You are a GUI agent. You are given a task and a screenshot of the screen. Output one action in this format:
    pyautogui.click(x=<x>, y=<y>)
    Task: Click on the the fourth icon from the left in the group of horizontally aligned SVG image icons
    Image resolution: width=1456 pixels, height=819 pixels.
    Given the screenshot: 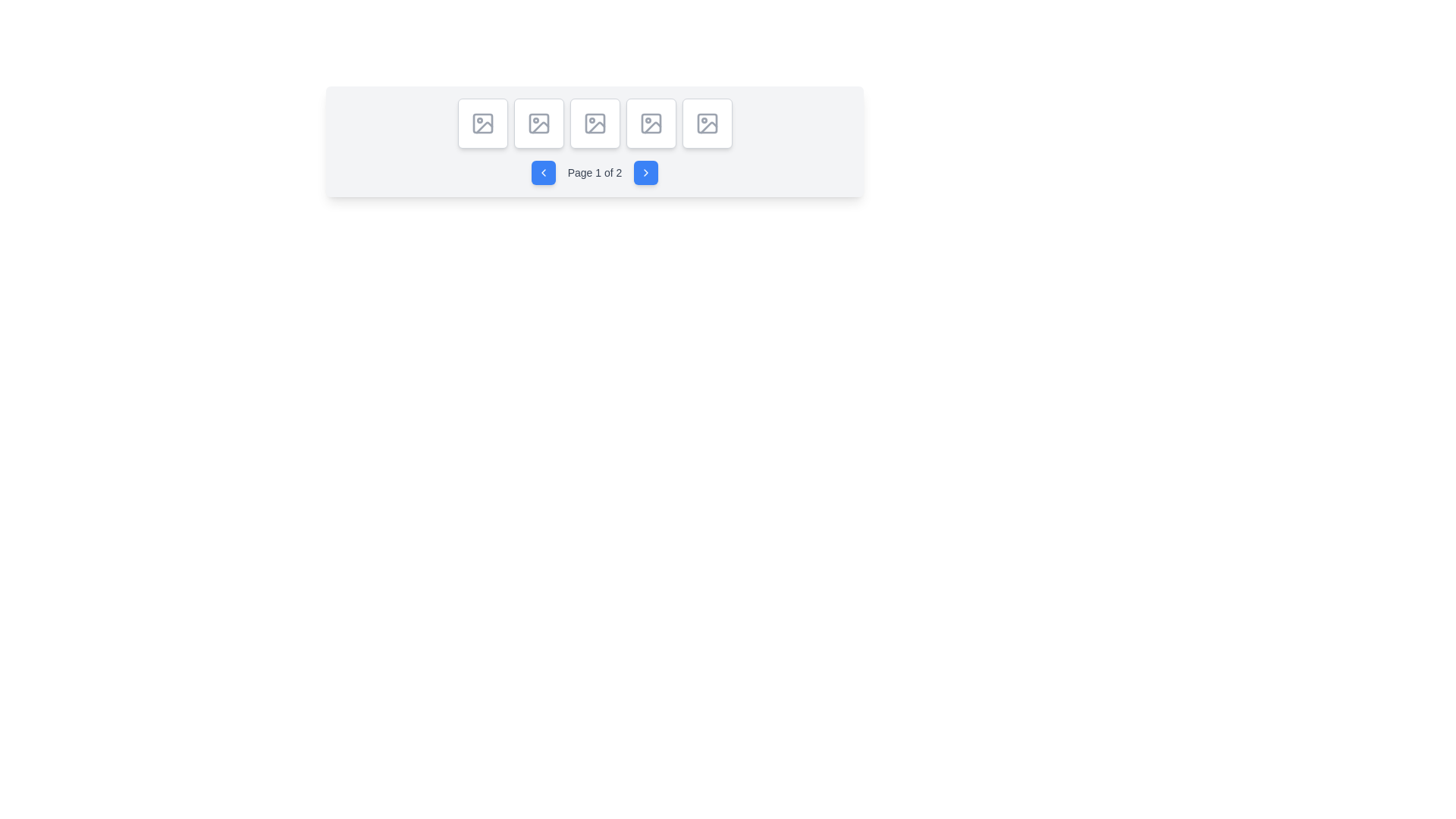 What is the action you would take?
    pyautogui.click(x=651, y=122)
    